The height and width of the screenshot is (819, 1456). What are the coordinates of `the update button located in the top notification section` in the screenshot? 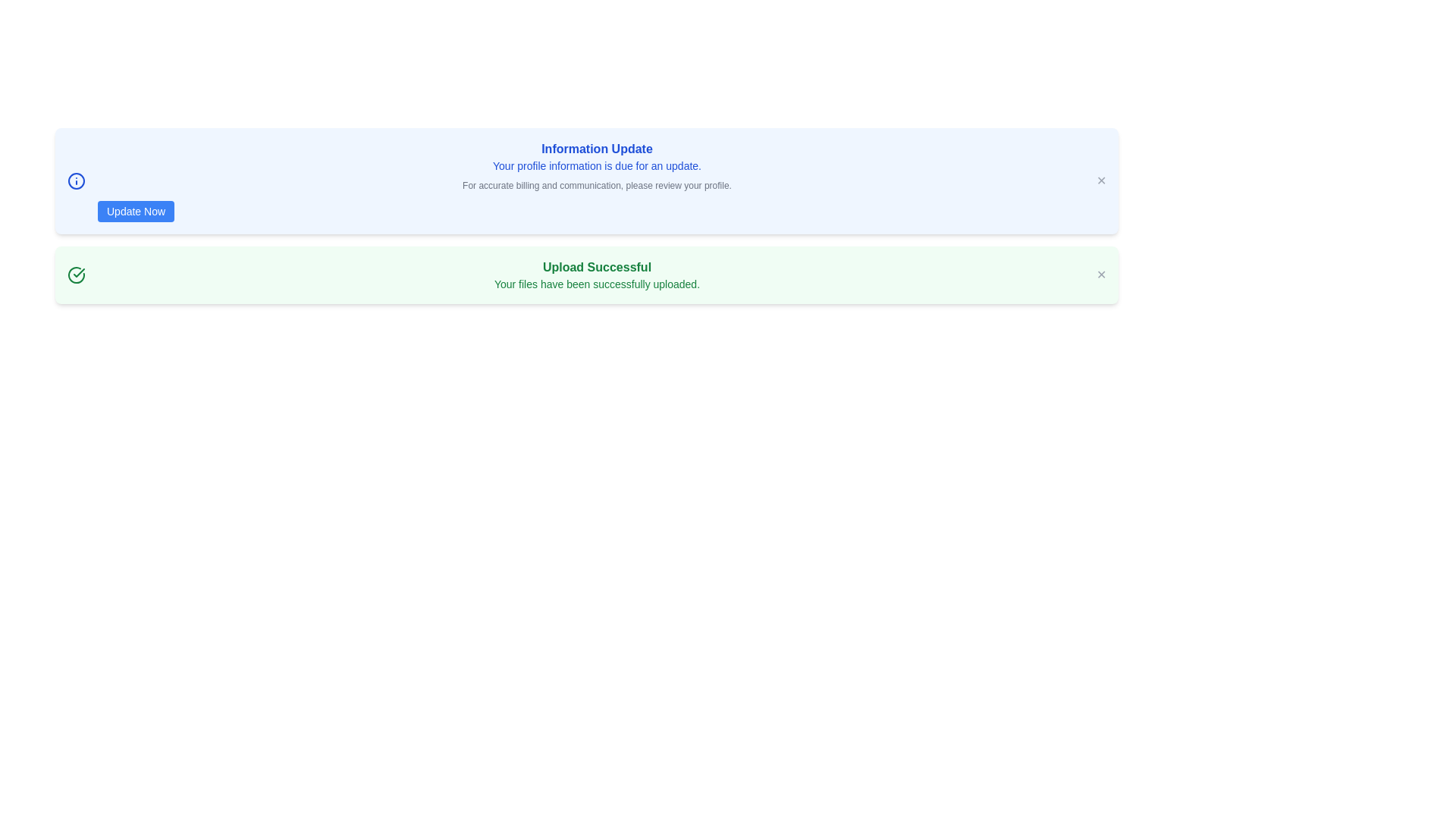 It's located at (136, 211).